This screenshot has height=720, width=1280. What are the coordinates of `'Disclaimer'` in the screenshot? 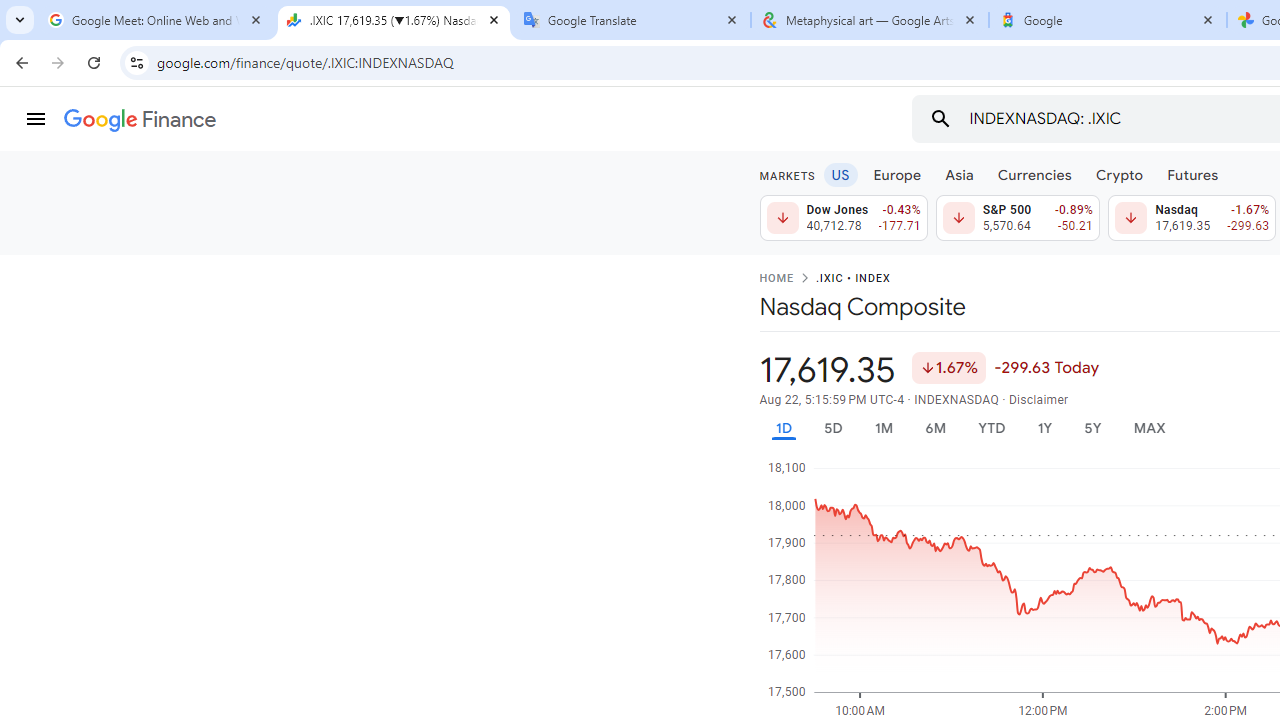 It's located at (1038, 399).